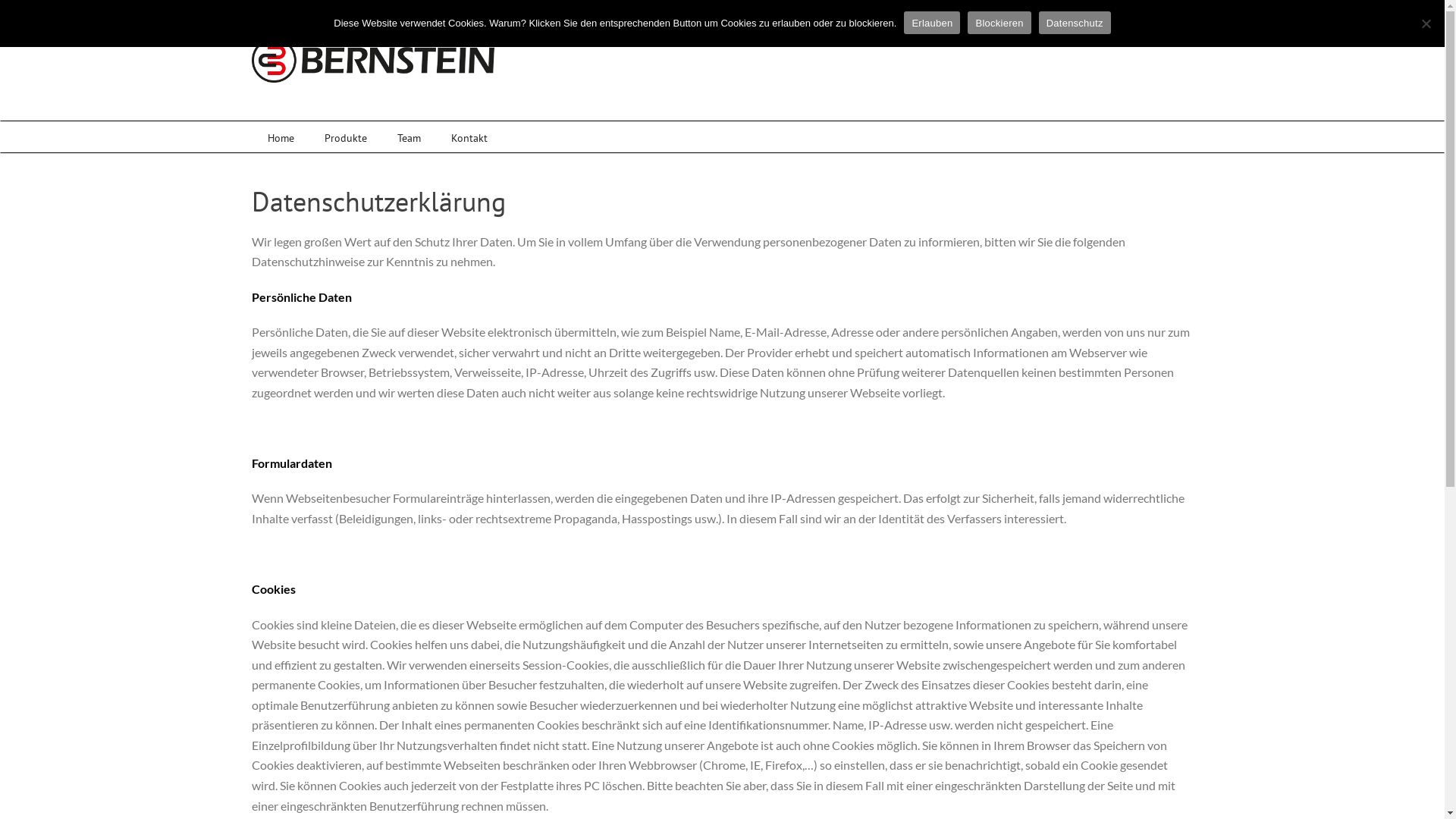 This screenshot has height=819, width=1456. I want to click on 'Blockieren', so click(1425, 23).